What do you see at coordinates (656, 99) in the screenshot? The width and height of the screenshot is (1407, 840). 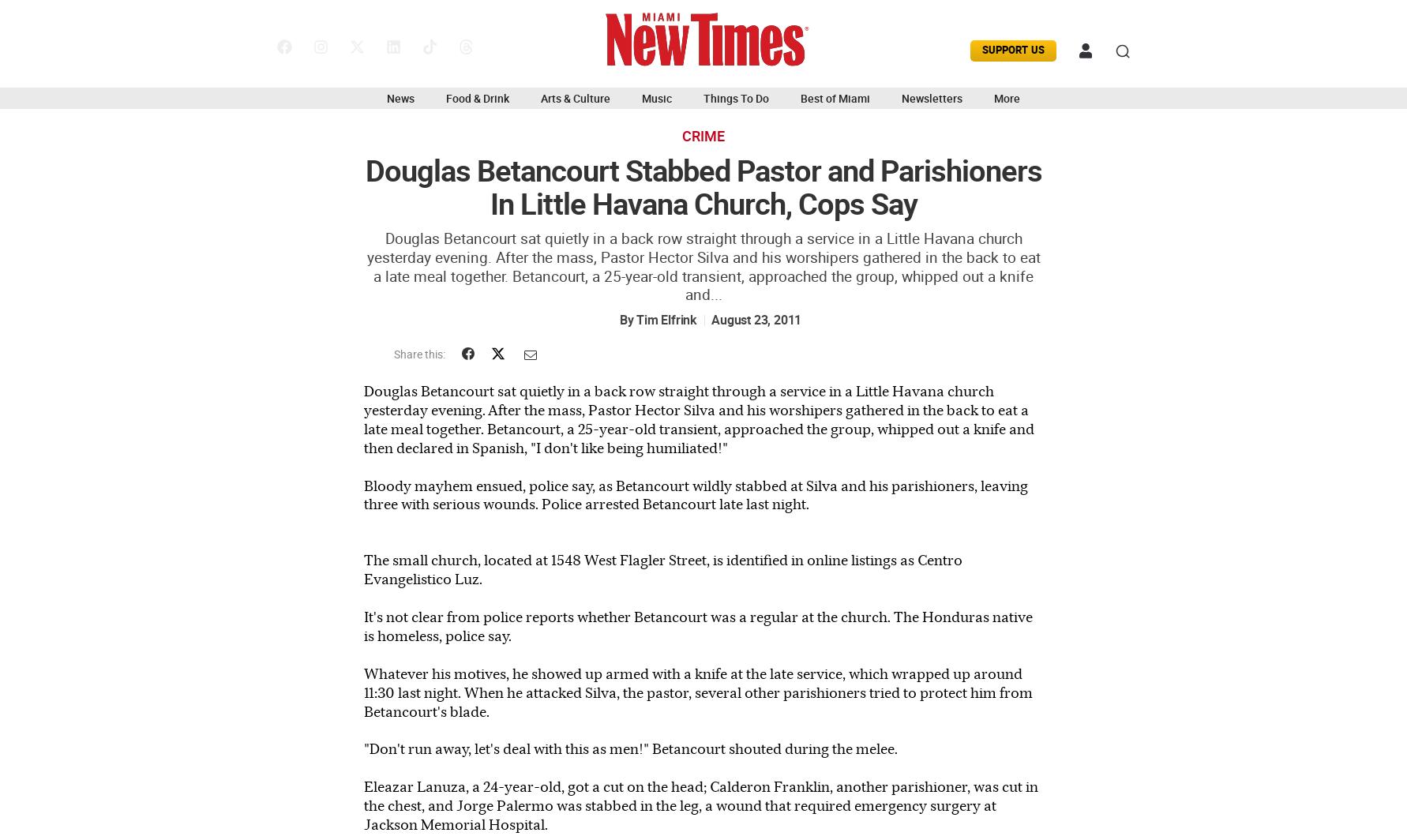 I see `'Music'` at bounding box center [656, 99].